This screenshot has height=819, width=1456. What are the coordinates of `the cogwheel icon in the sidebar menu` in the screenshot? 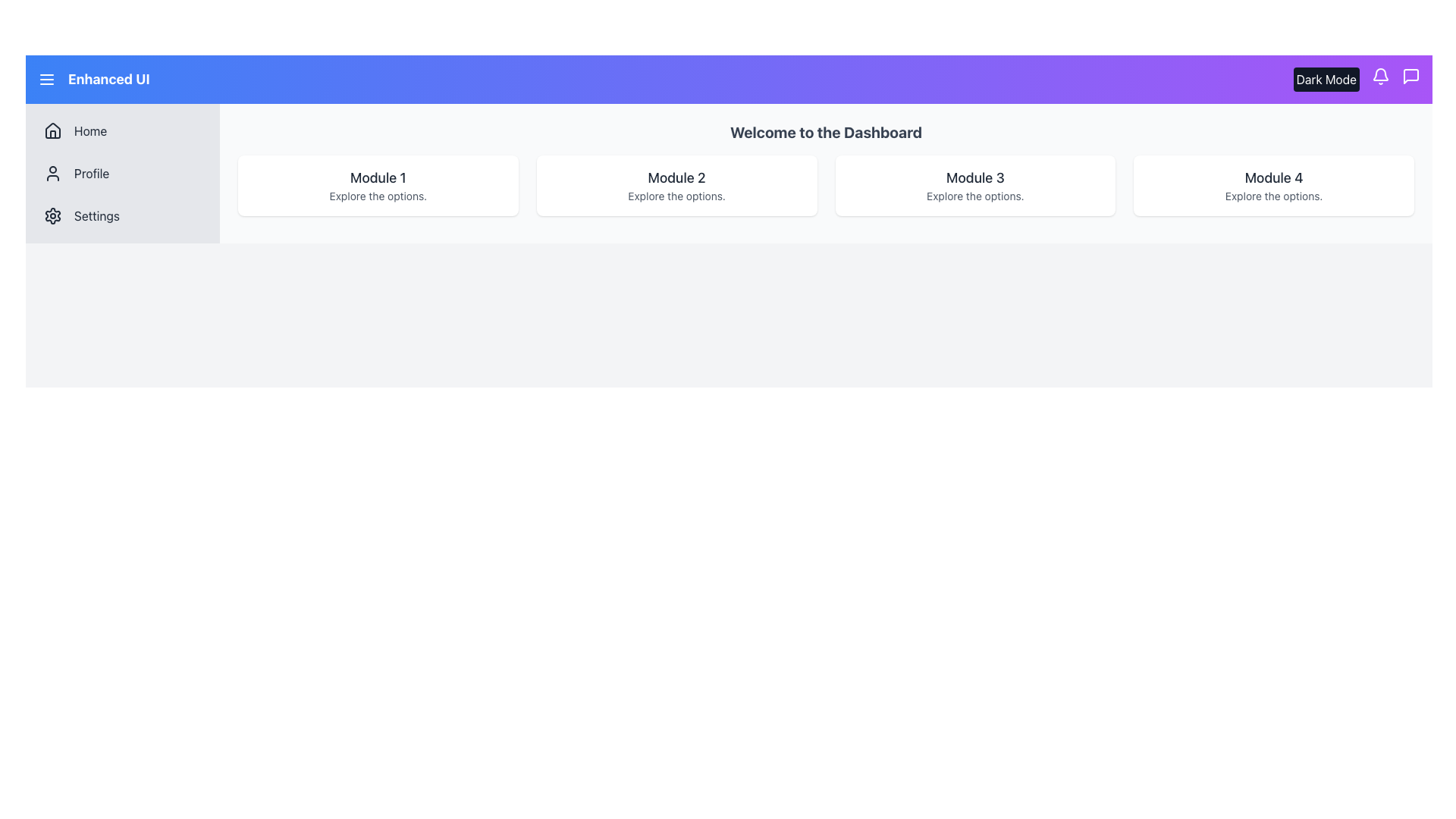 It's located at (53, 216).